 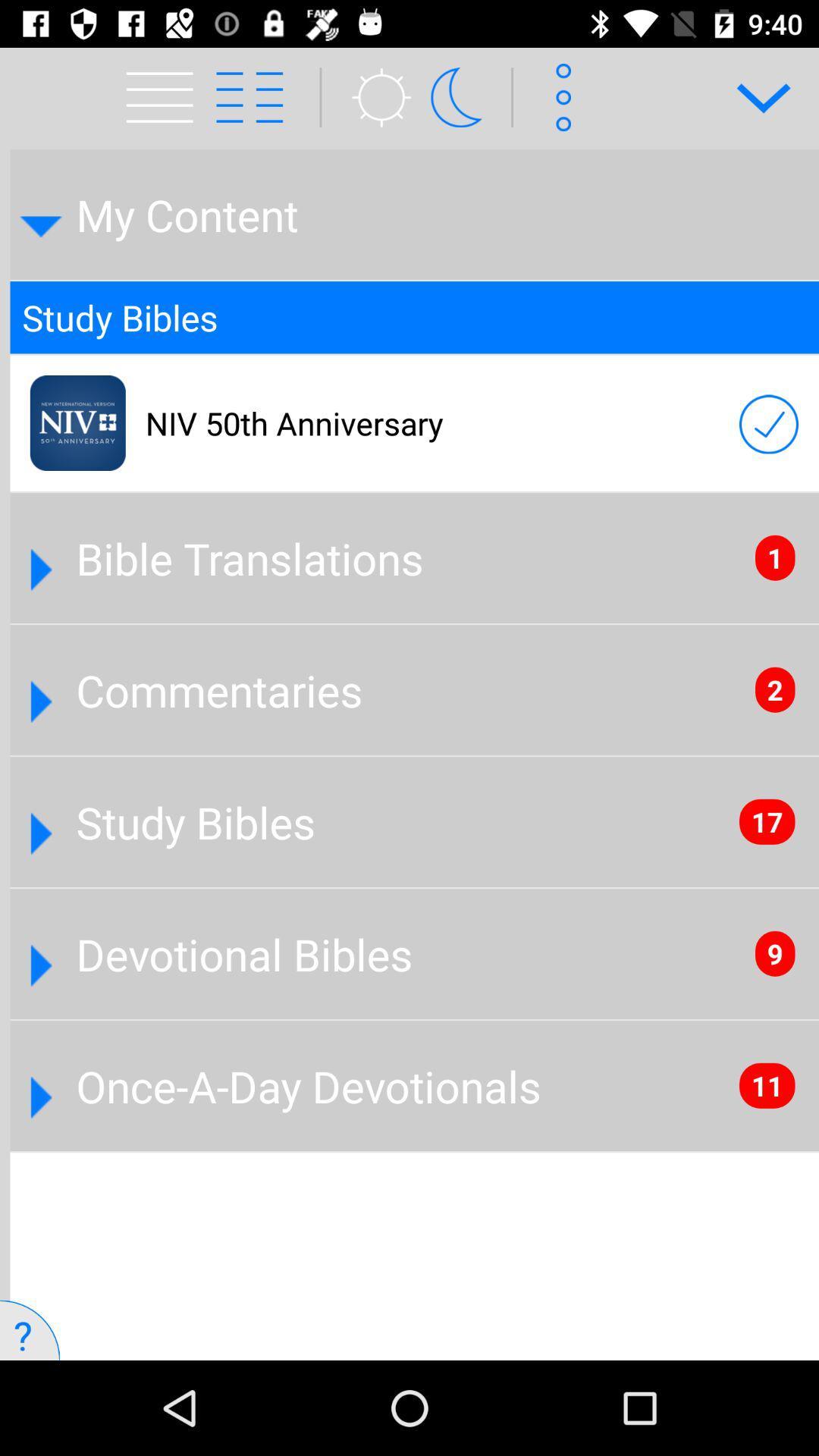 I want to click on the second button to the top right corner of the page, so click(x=558, y=96).